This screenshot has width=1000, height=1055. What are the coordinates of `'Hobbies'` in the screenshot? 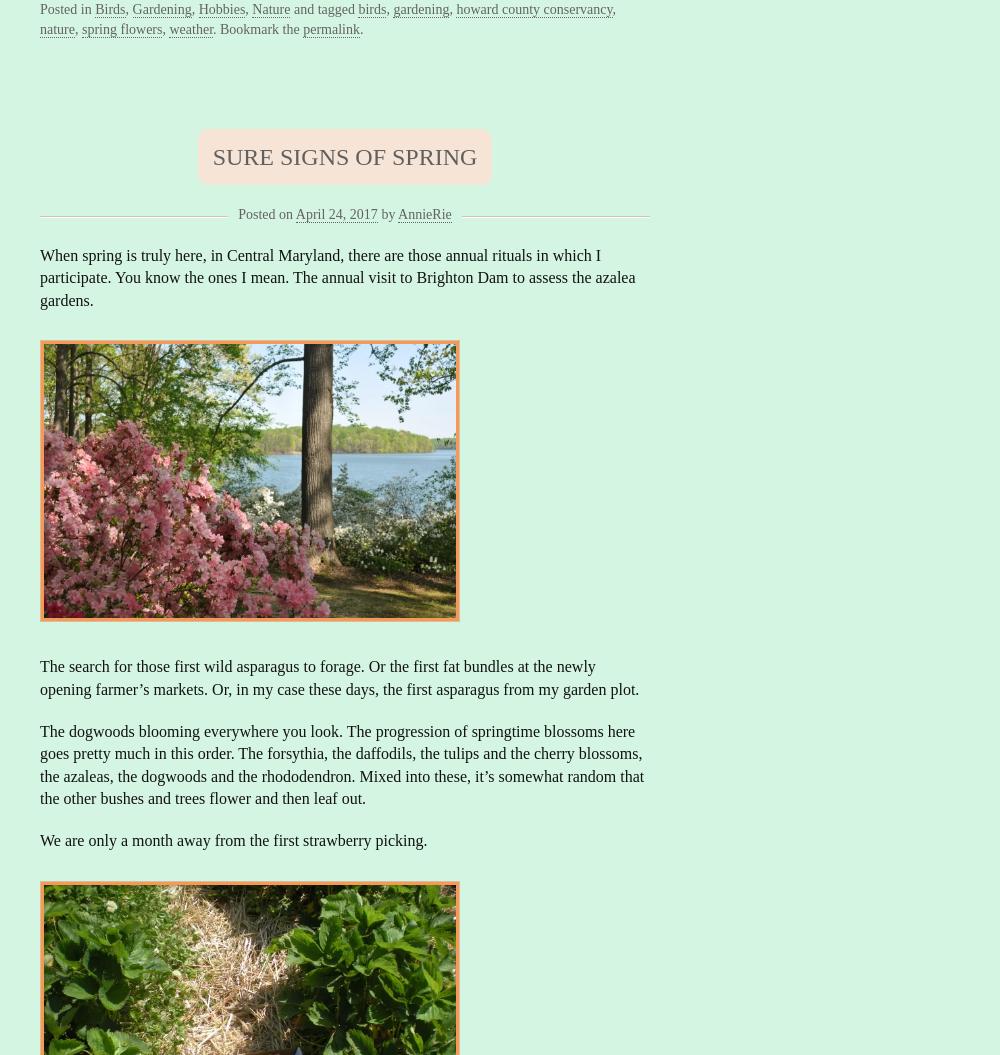 It's located at (220, 9).